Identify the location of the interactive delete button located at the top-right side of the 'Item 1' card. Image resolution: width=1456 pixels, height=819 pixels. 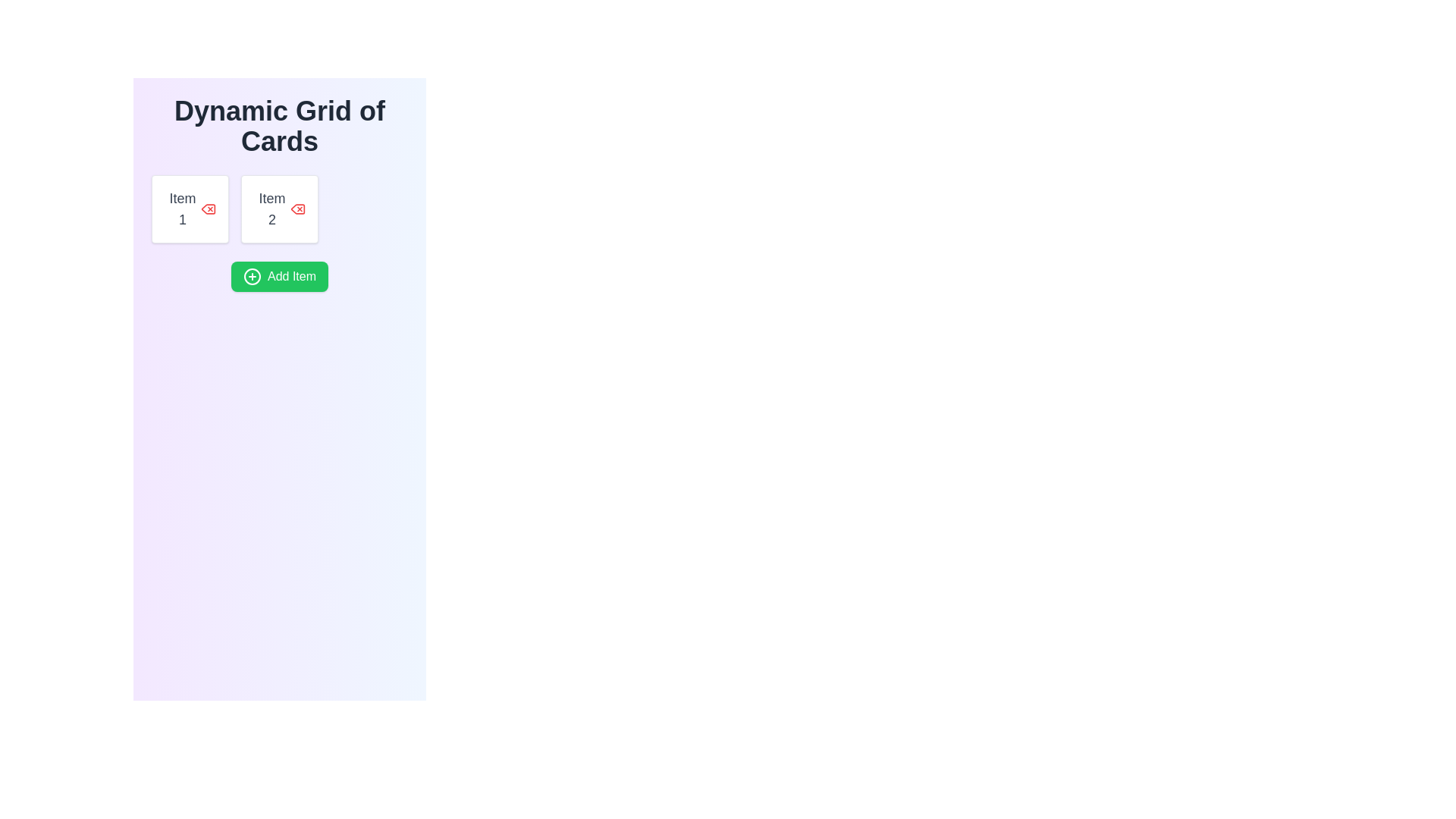
(207, 209).